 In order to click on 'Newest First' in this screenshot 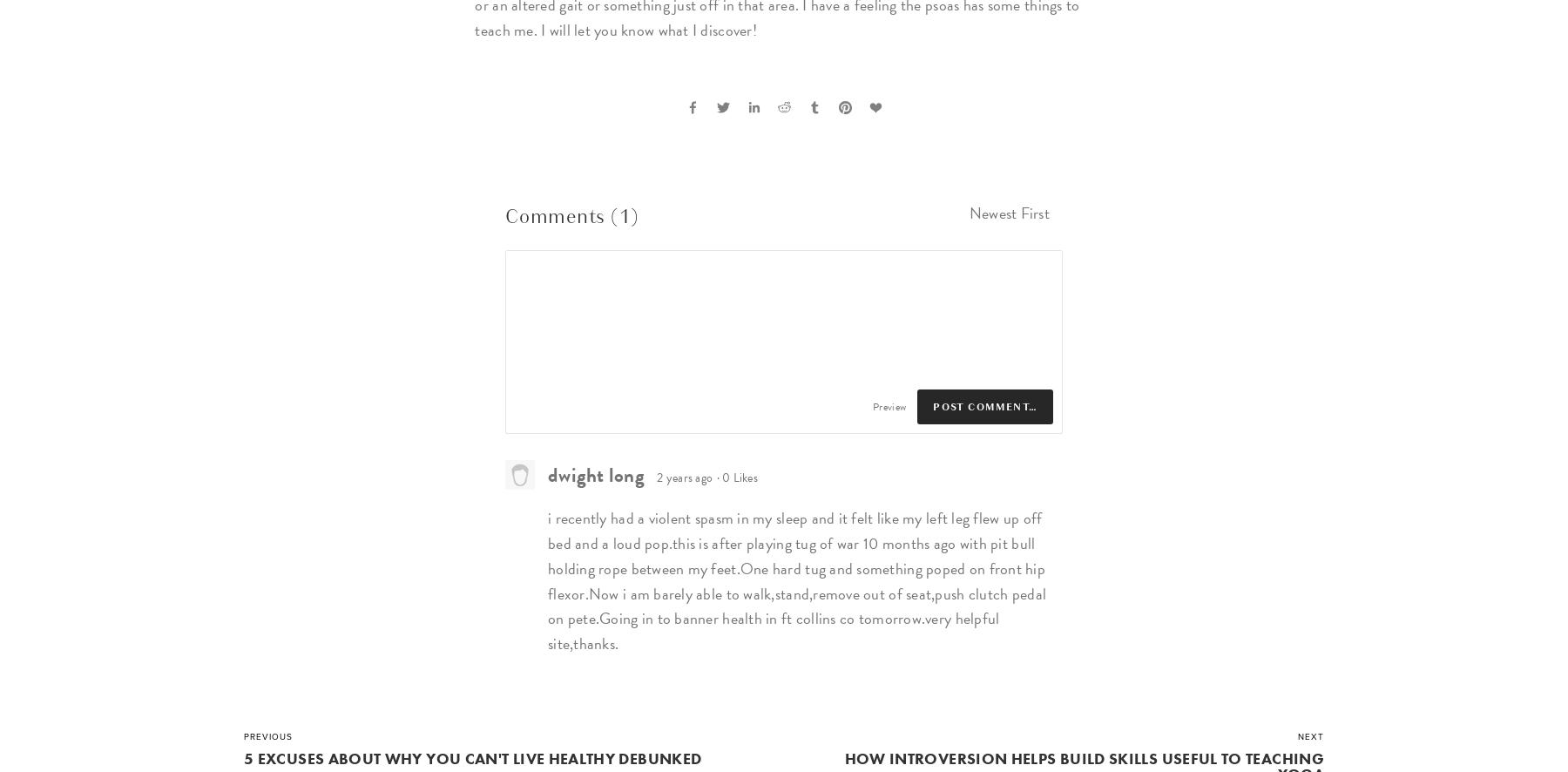, I will do `click(1008, 212)`.